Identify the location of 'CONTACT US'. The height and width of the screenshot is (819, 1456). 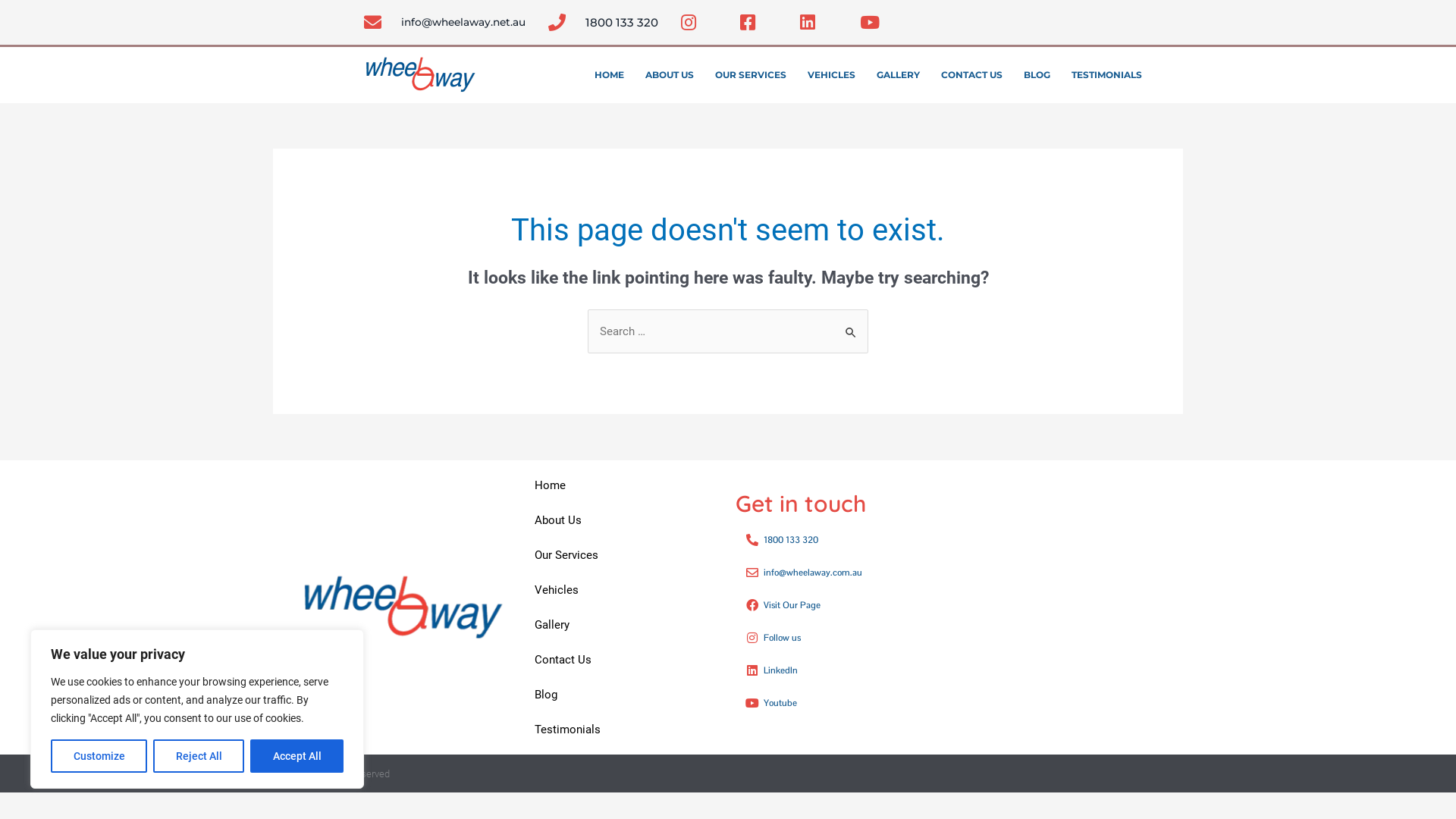
(971, 75).